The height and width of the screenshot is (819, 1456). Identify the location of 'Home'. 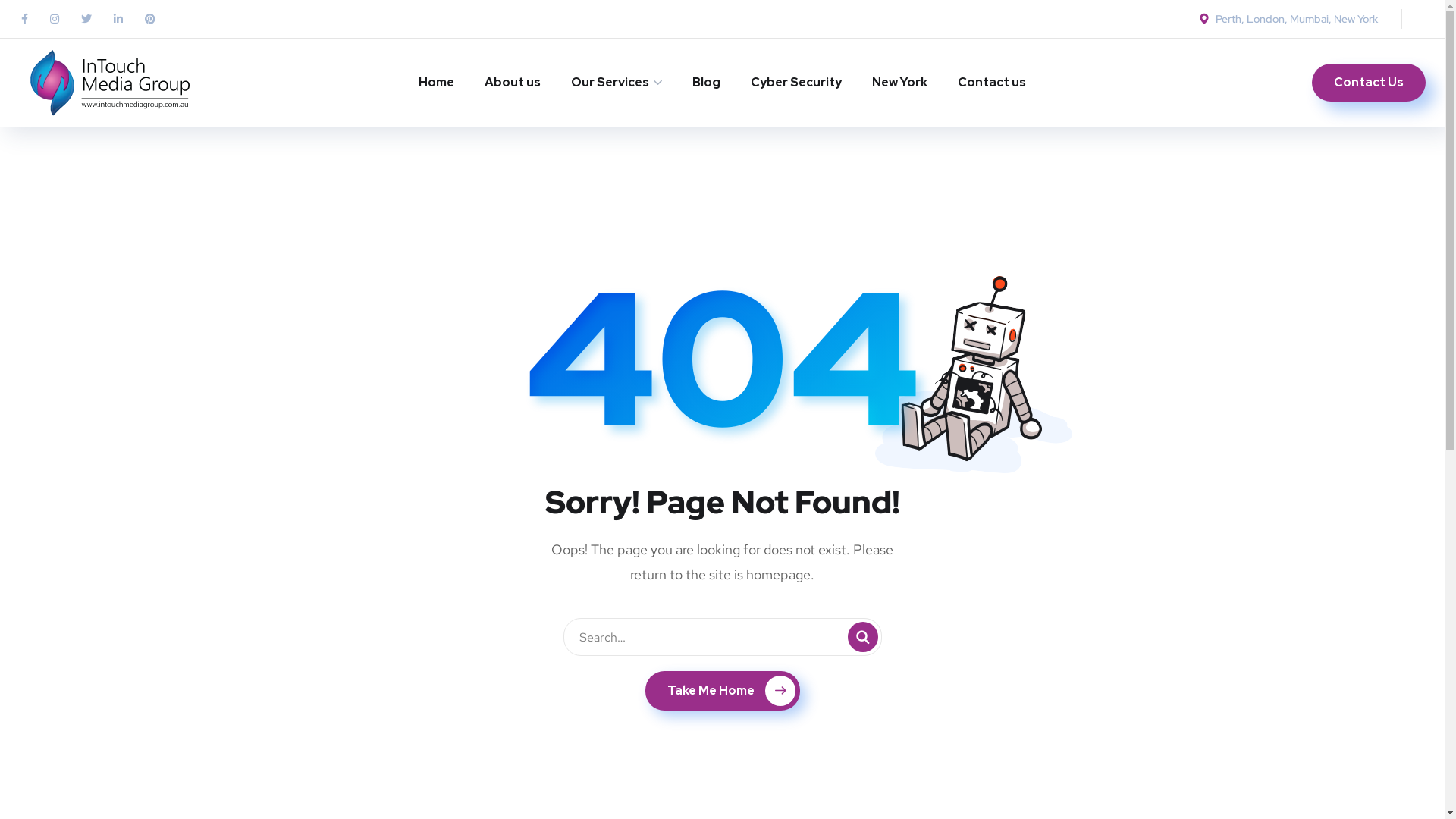
(435, 82).